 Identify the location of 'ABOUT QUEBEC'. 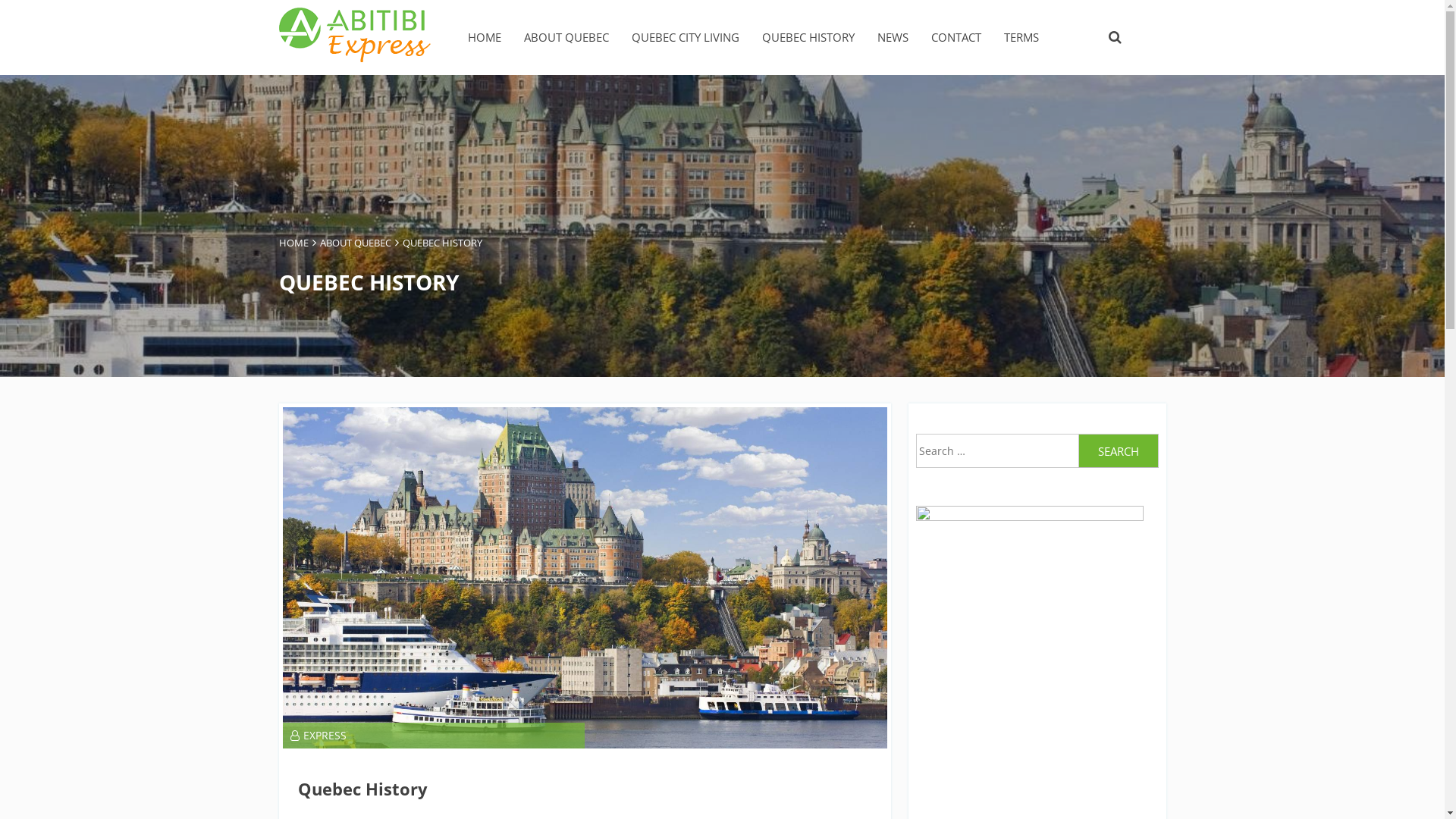
(564, 36).